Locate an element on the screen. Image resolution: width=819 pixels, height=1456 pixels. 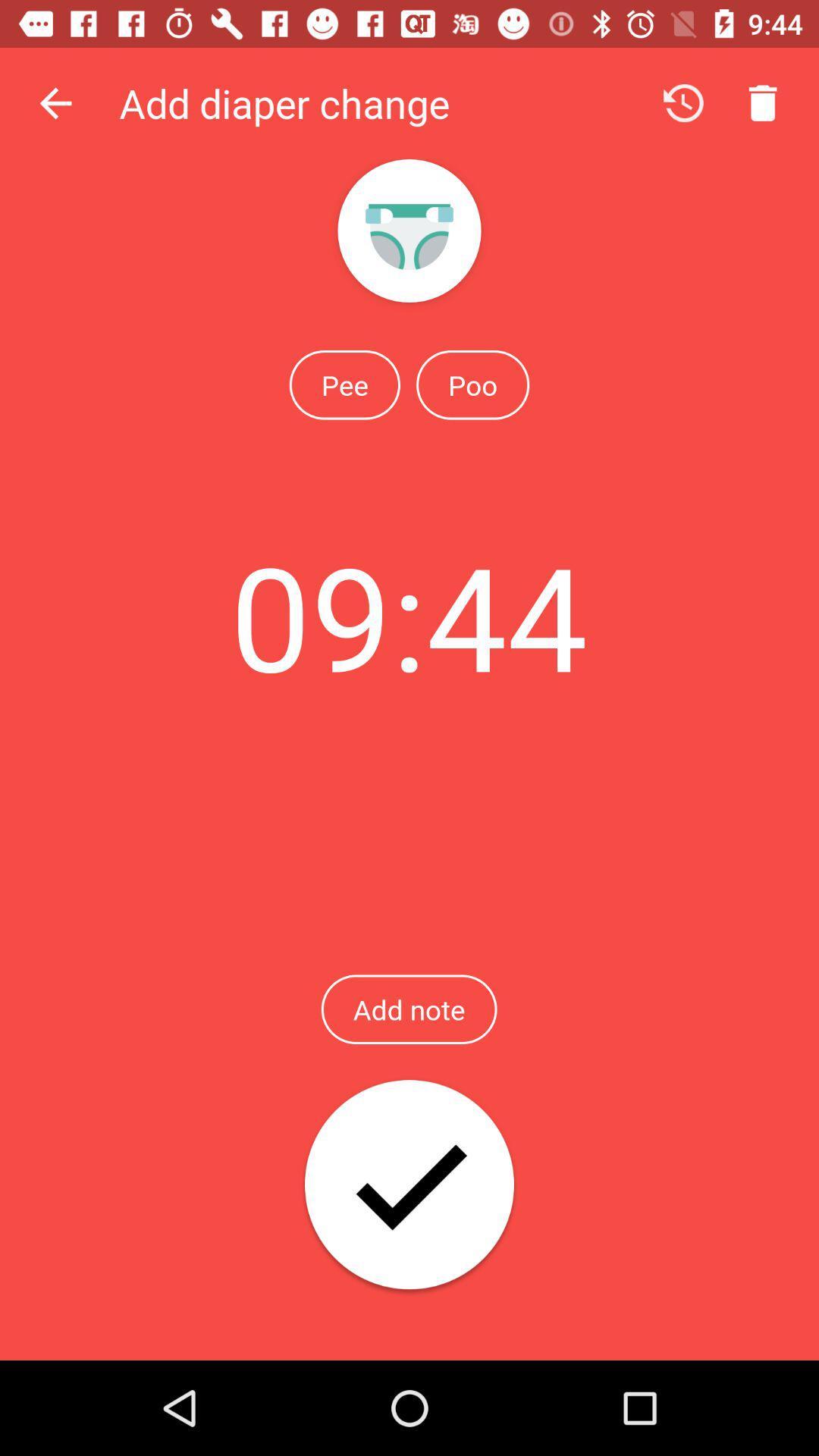
the pee icon is located at coordinates (344, 384).